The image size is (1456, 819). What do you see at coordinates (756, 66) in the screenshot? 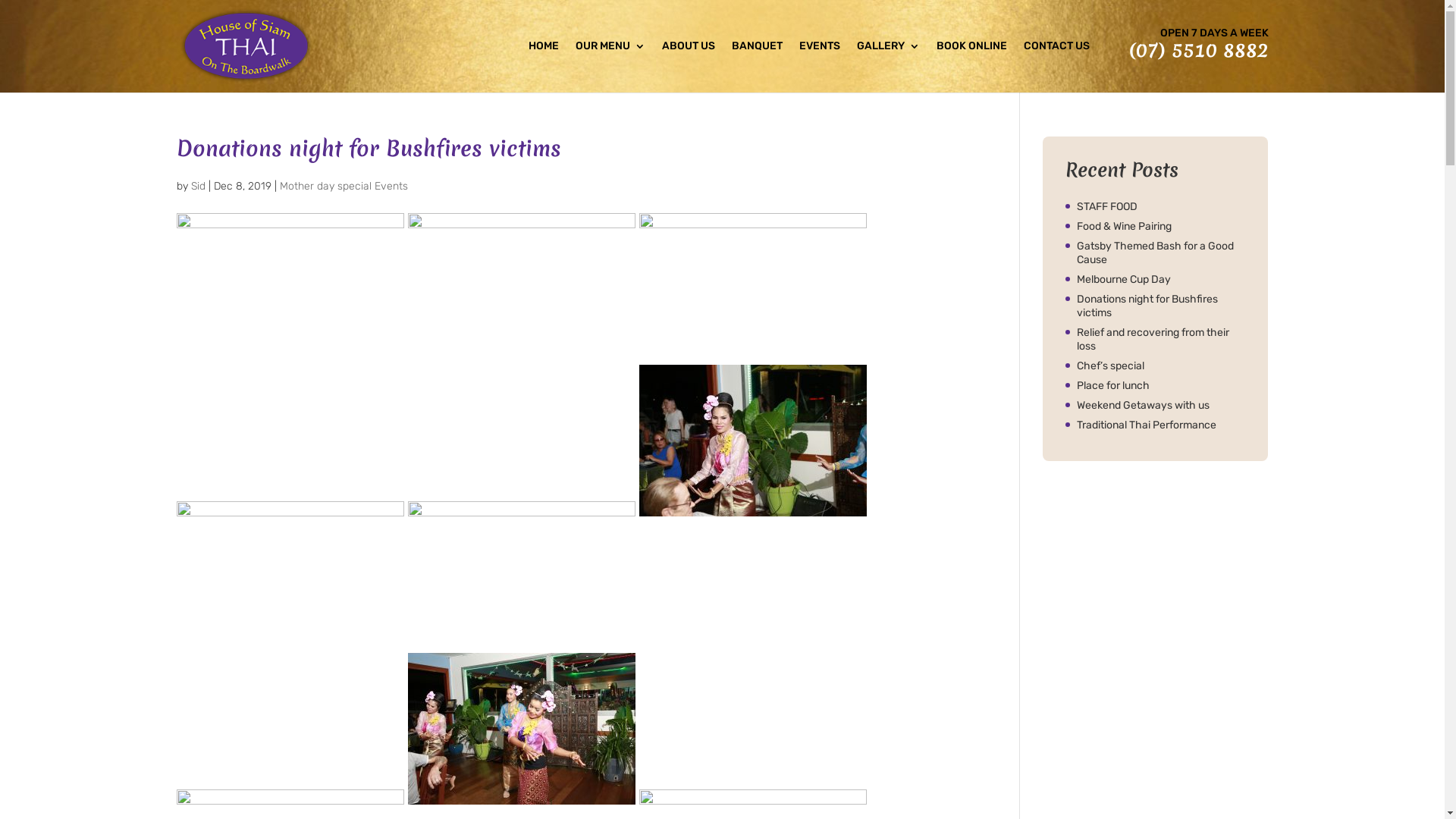
I see `'BANQUET'` at bounding box center [756, 66].